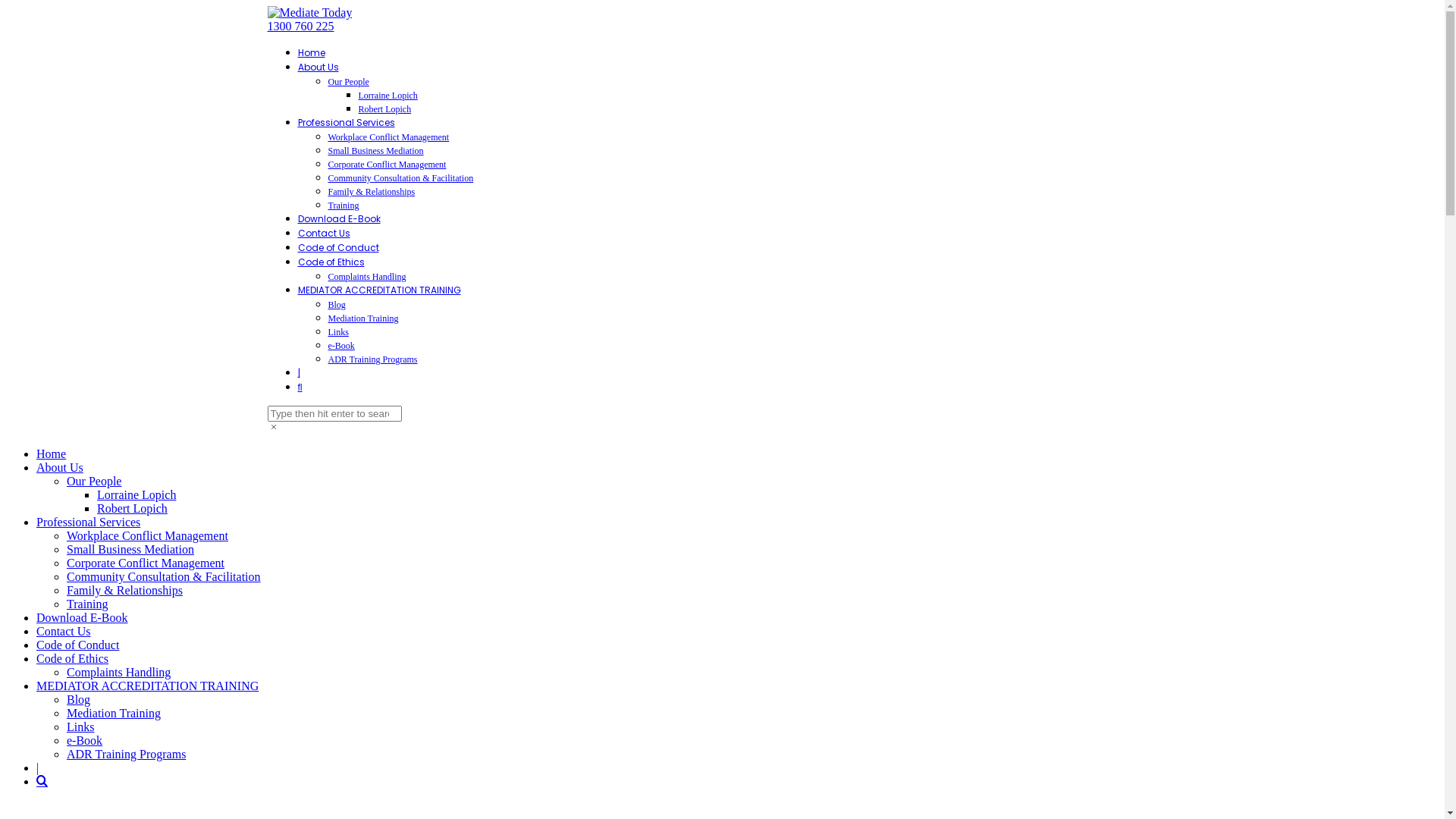 The height and width of the screenshot is (819, 1456). What do you see at coordinates (309, 52) in the screenshot?
I see `'Home'` at bounding box center [309, 52].